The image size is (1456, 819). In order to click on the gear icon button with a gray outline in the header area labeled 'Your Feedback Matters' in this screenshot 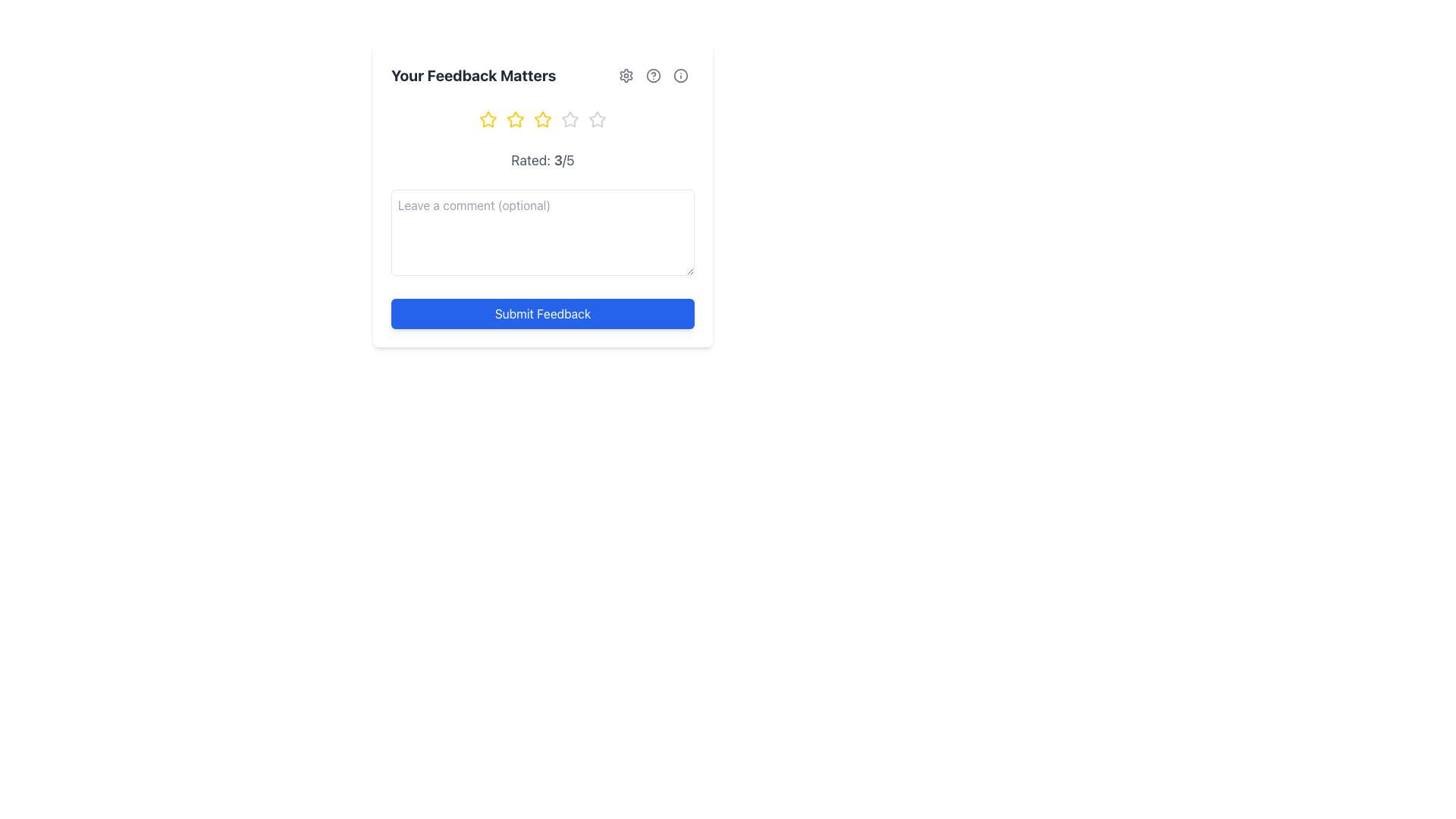, I will do `click(626, 76)`.